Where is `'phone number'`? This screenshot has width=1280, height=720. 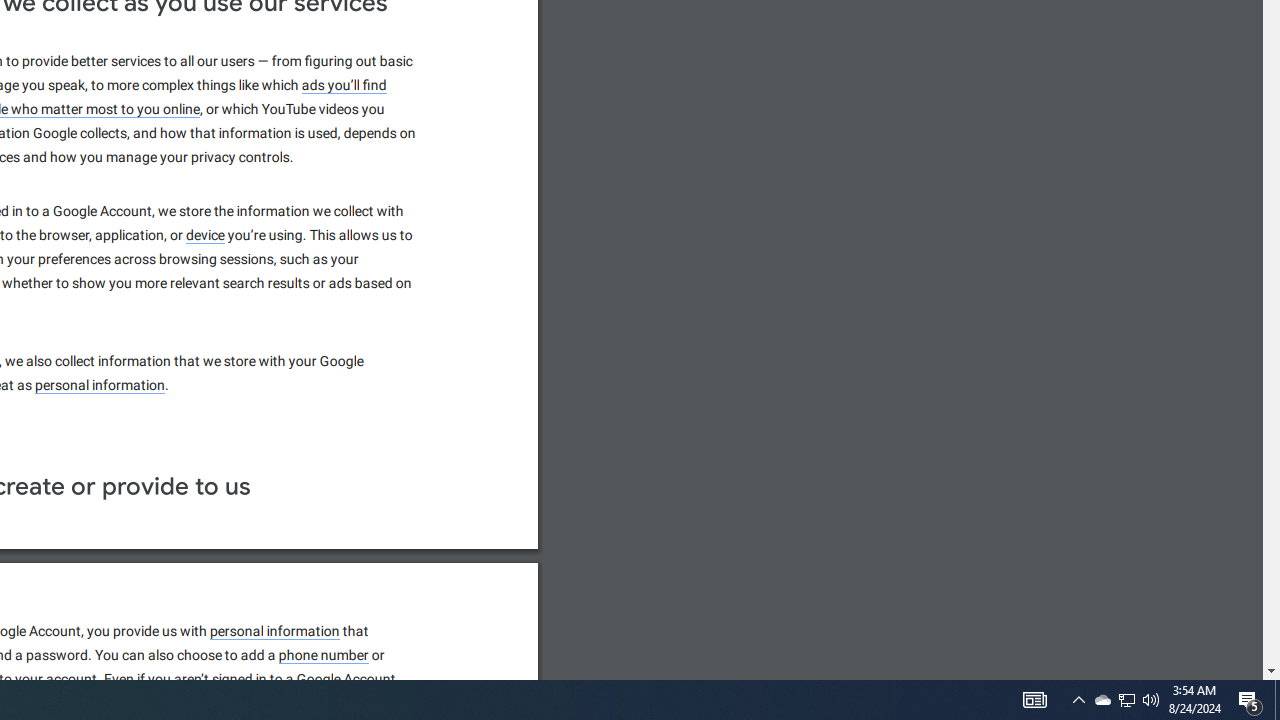
'phone number' is located at coordinates (324, 656).